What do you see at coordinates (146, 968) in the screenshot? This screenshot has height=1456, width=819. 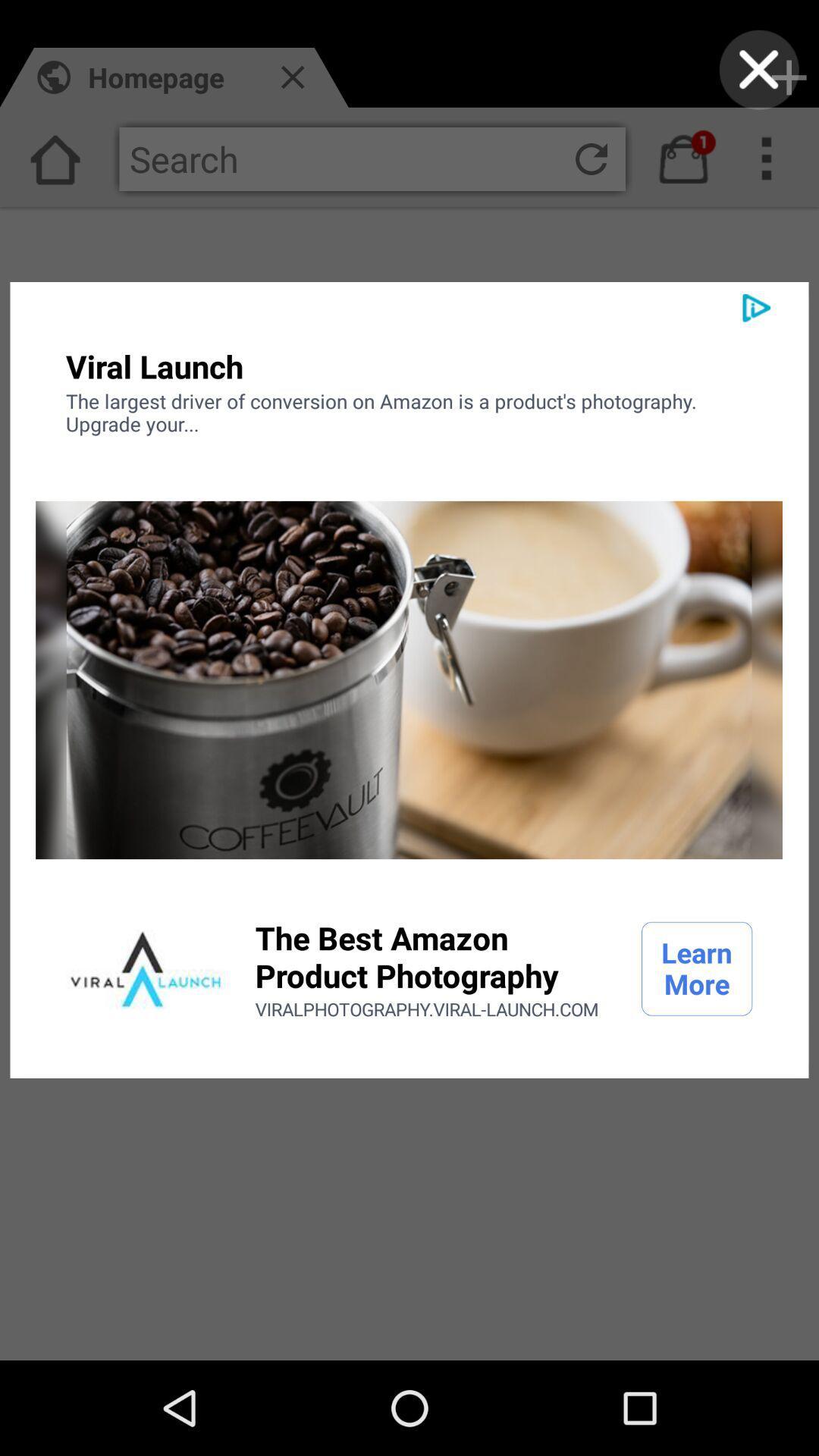 I see `the icon next to the the best amazon` at bounding box center [146, 968].